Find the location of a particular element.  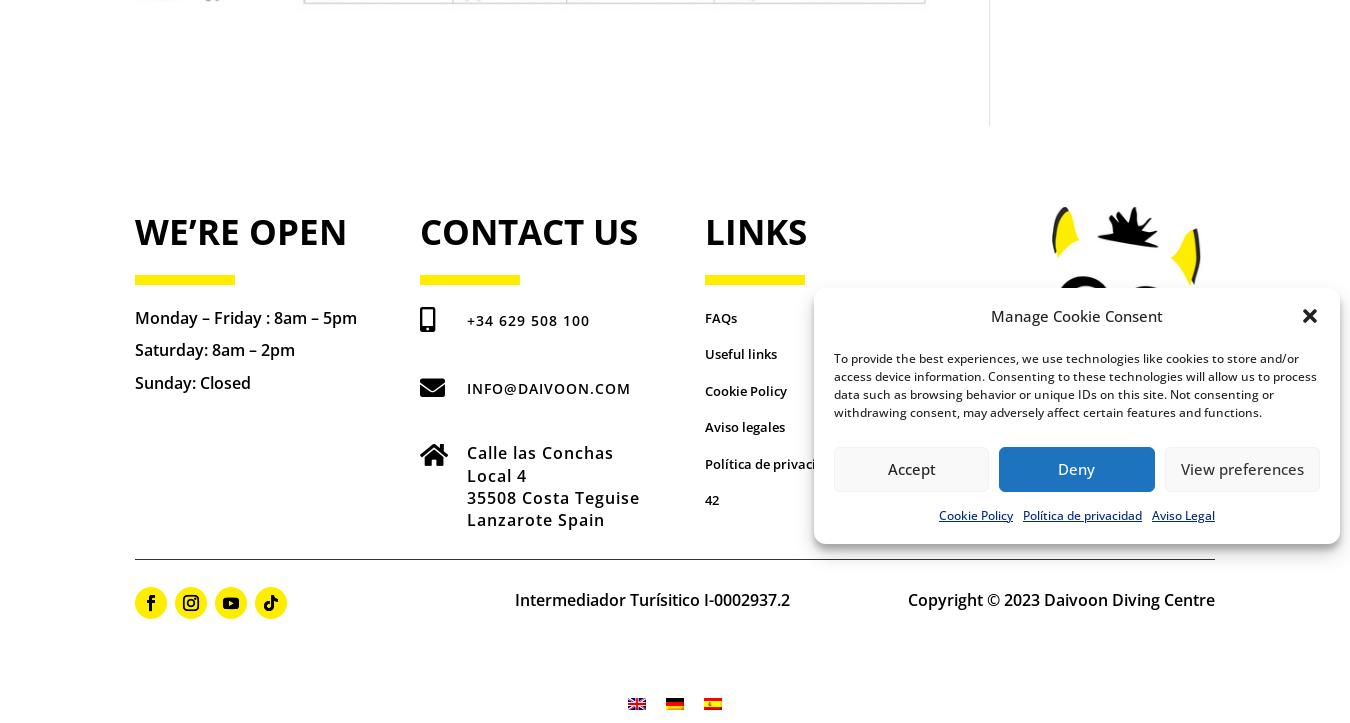

'Sunday: Closed' is located at coordinates (193, 381).